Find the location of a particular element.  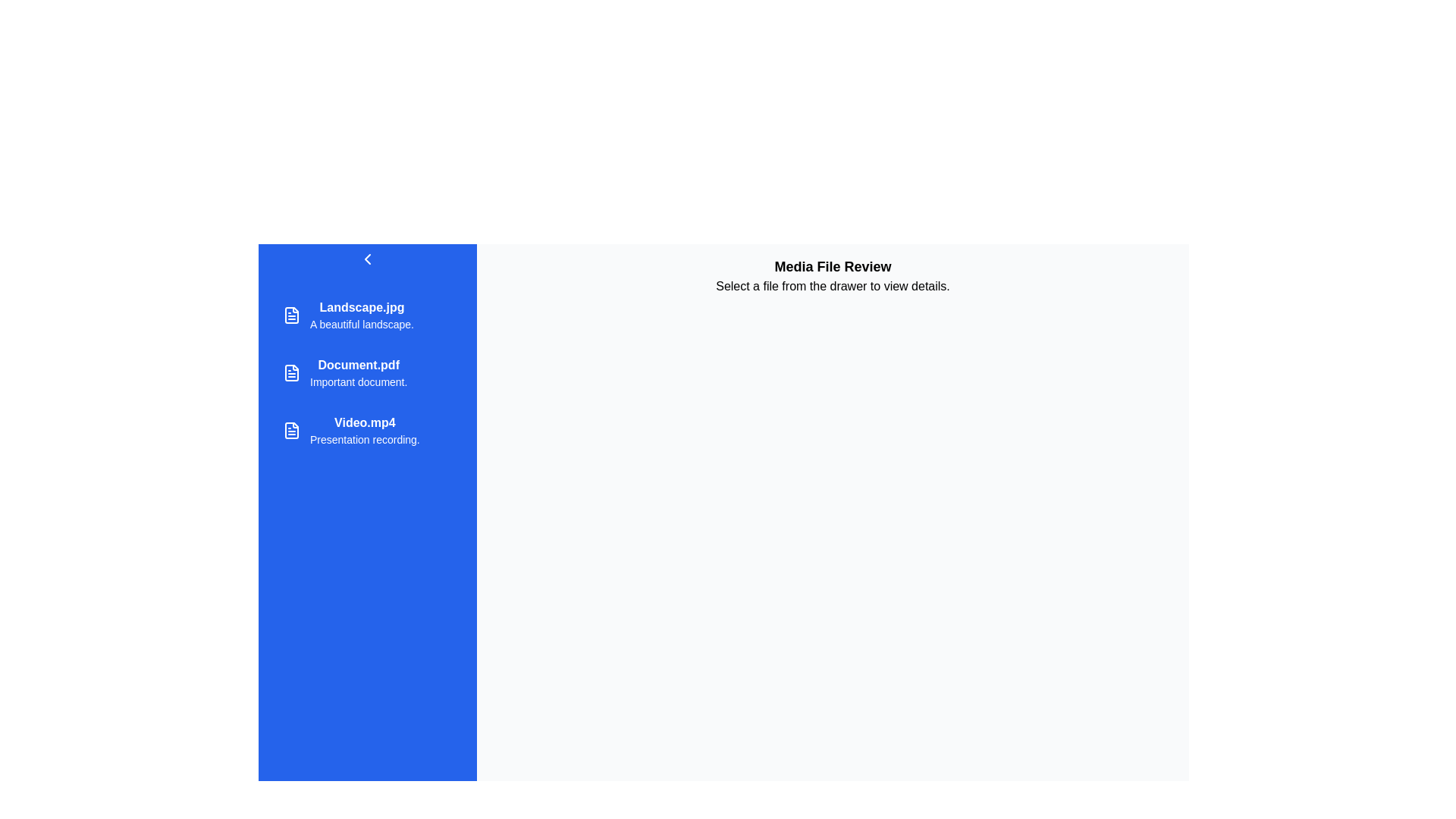

the list item labeled 'Video.mp4', which is the third item in the vertical file list located in the left panel is located at coordinates (367, 430).